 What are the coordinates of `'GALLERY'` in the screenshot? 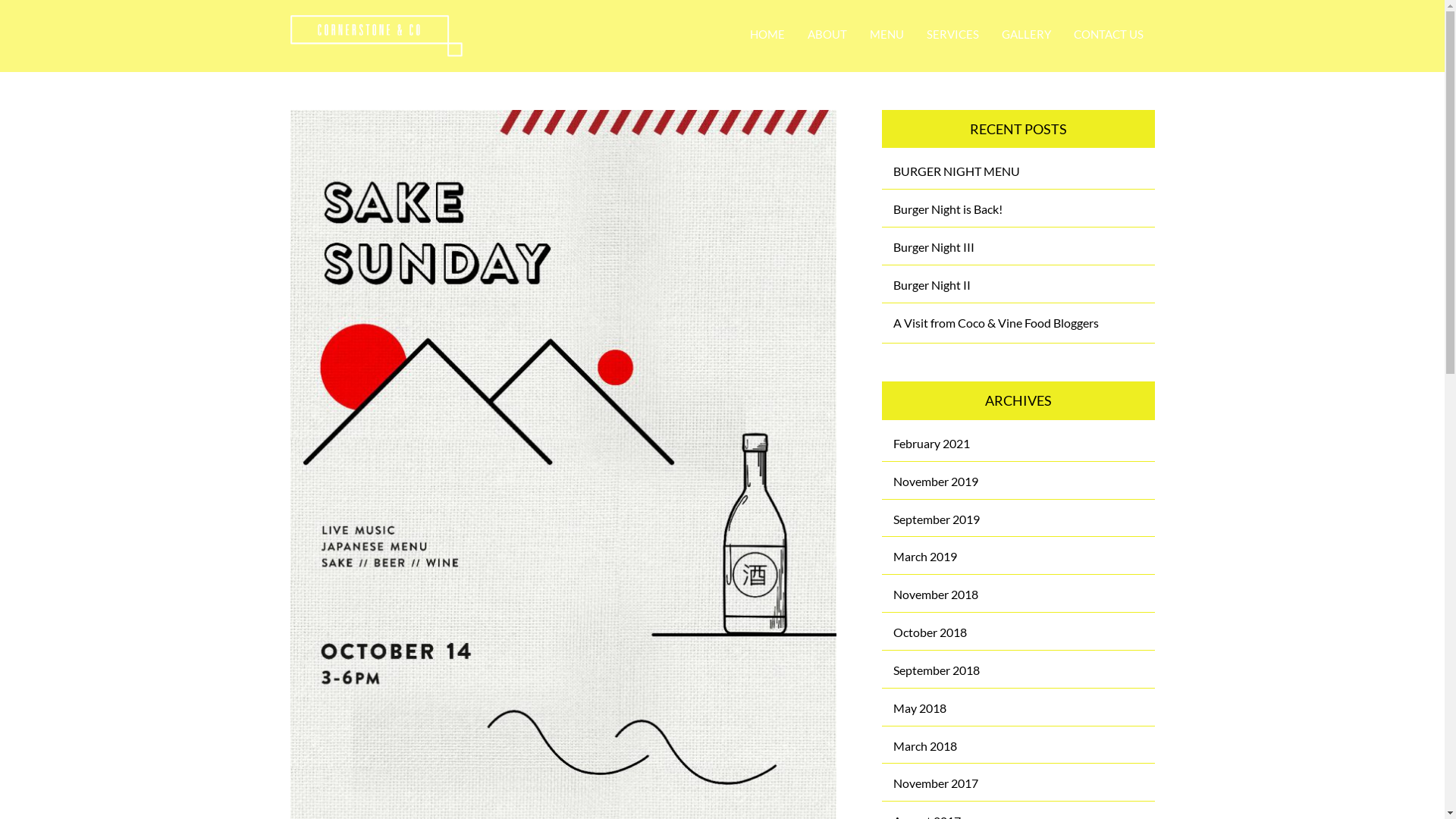 It's located at (1026, 34).